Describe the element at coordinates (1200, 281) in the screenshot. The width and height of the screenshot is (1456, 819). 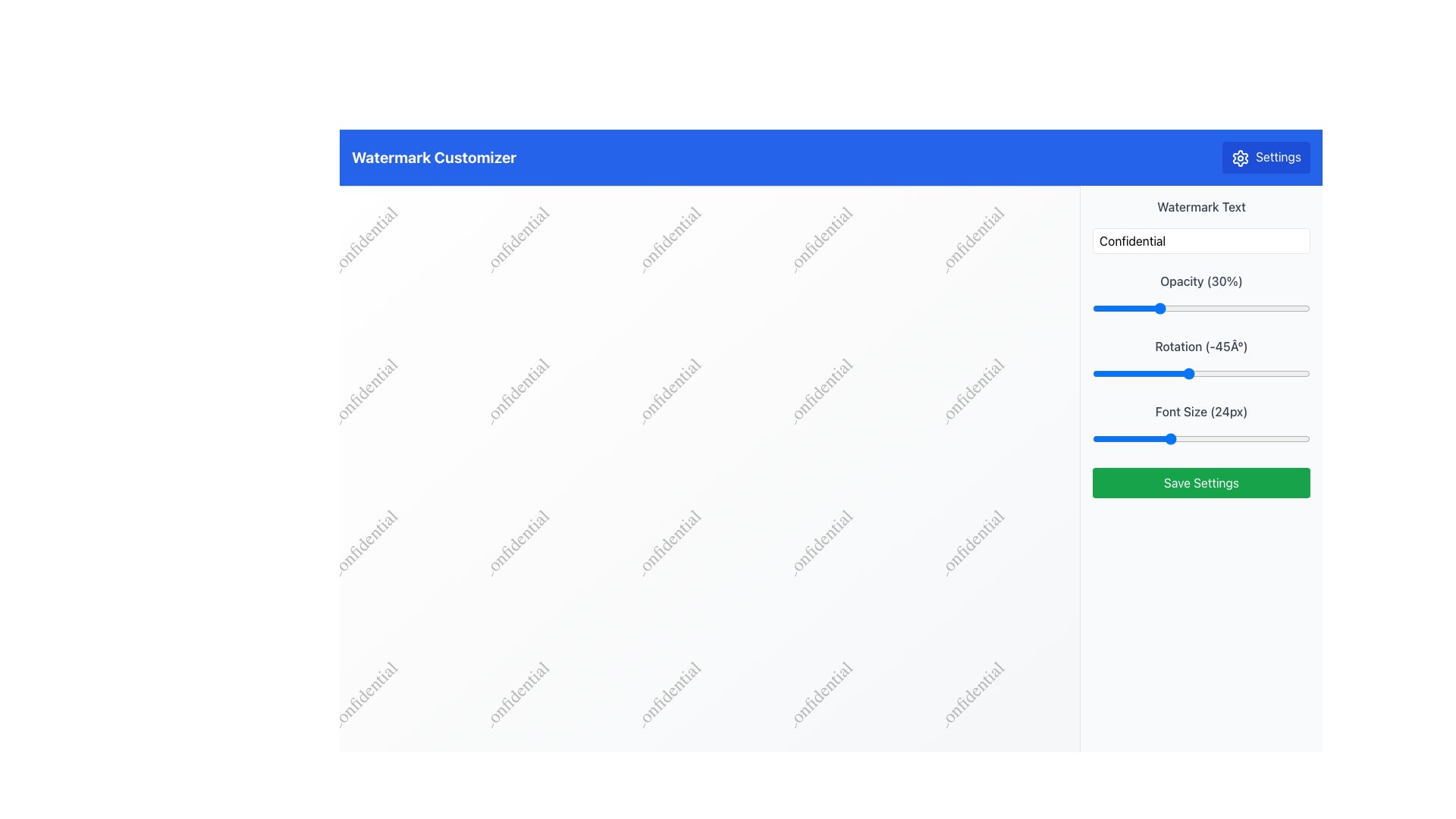
I see `the text label indicating the opacity value set to 30%, which is located above the opacity slider in the vertical layout of controls` at that location.